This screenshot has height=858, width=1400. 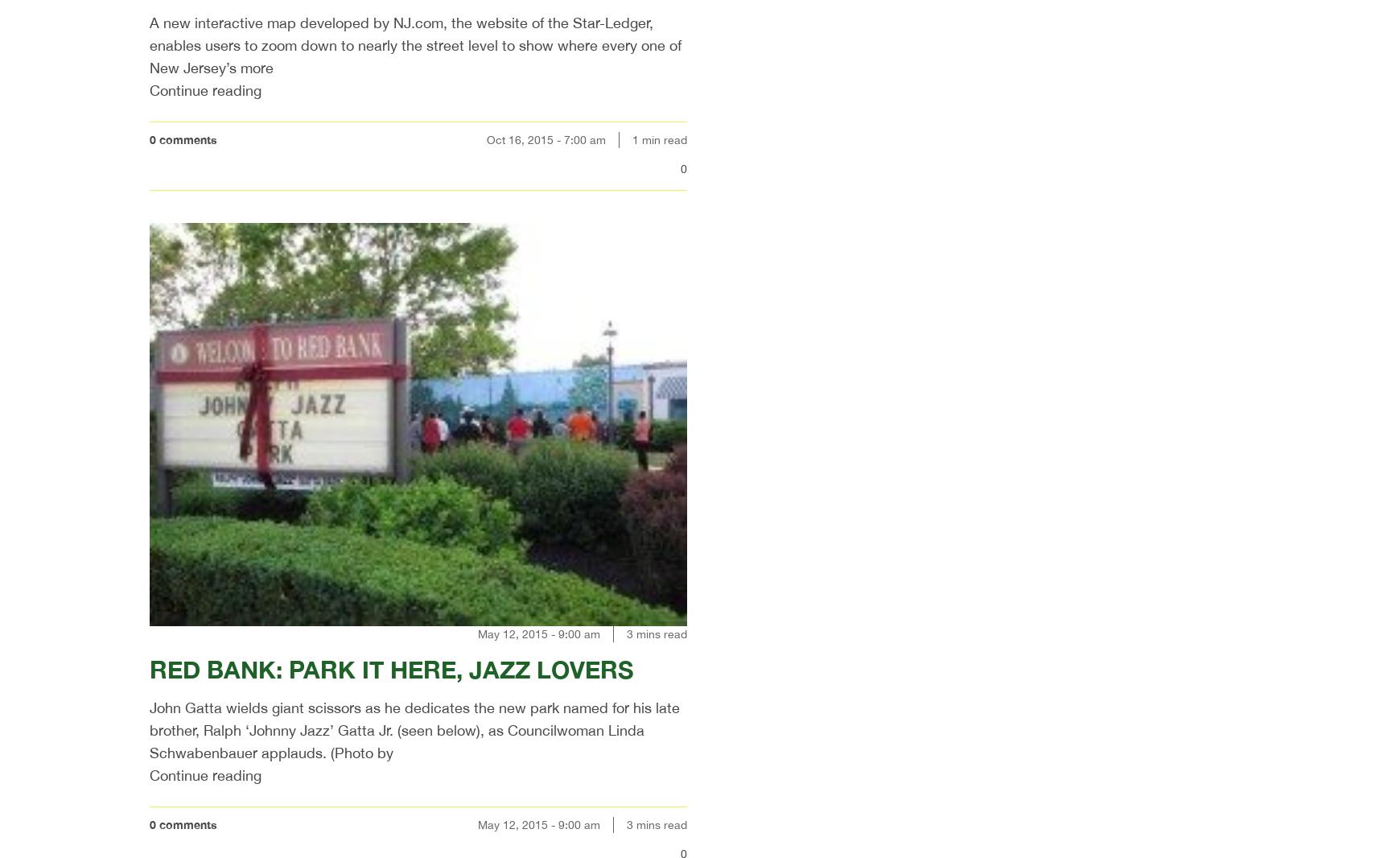 What do you see at coordinates (485, 138) in the screenshot?
I see `'Oct 16, 2015 - 7:00 am'` at bounding box center [485, 138].